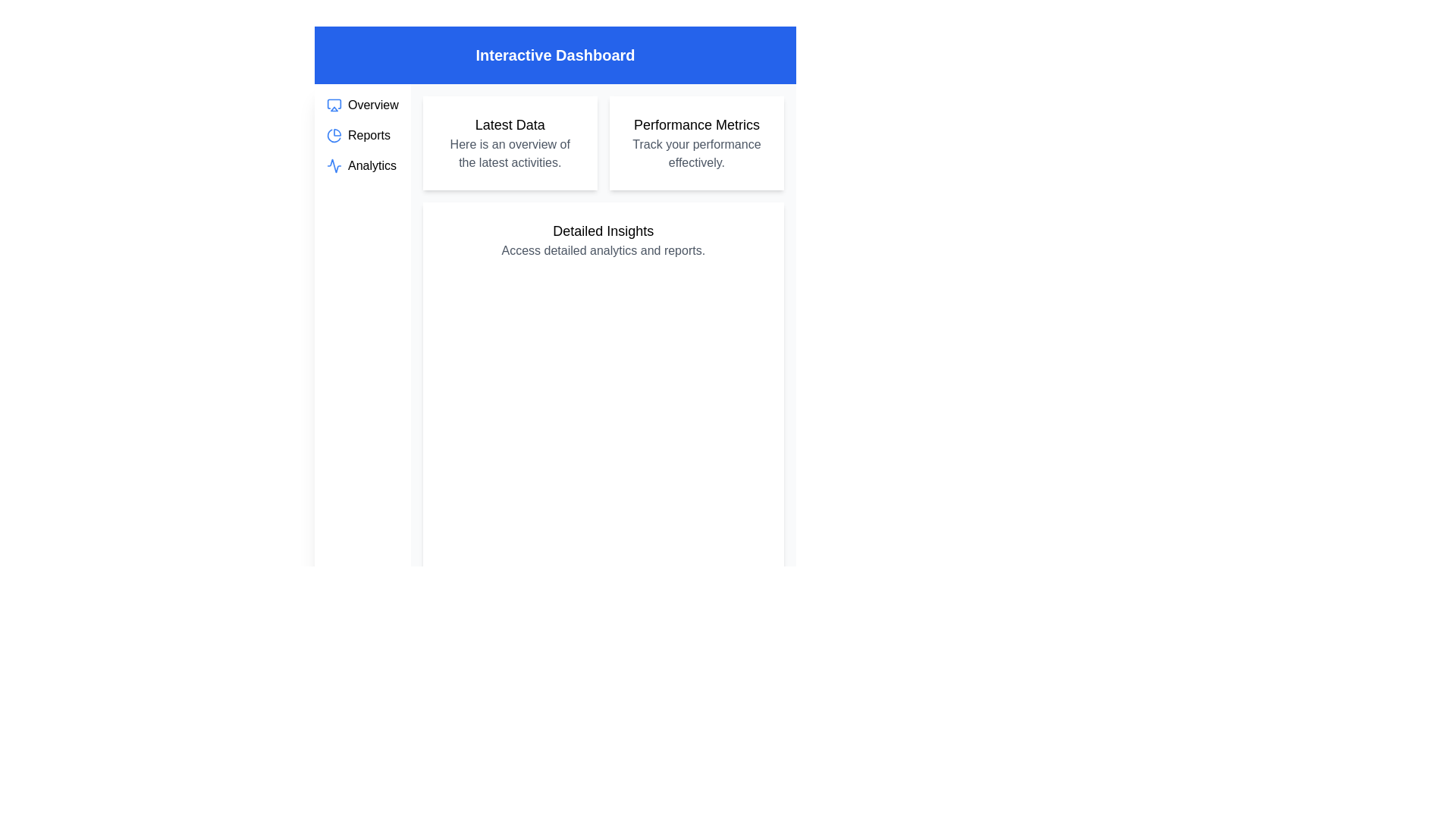  I want to click on the 'Reports' icon located in the sidebar navigation menu, so click(334, 134).